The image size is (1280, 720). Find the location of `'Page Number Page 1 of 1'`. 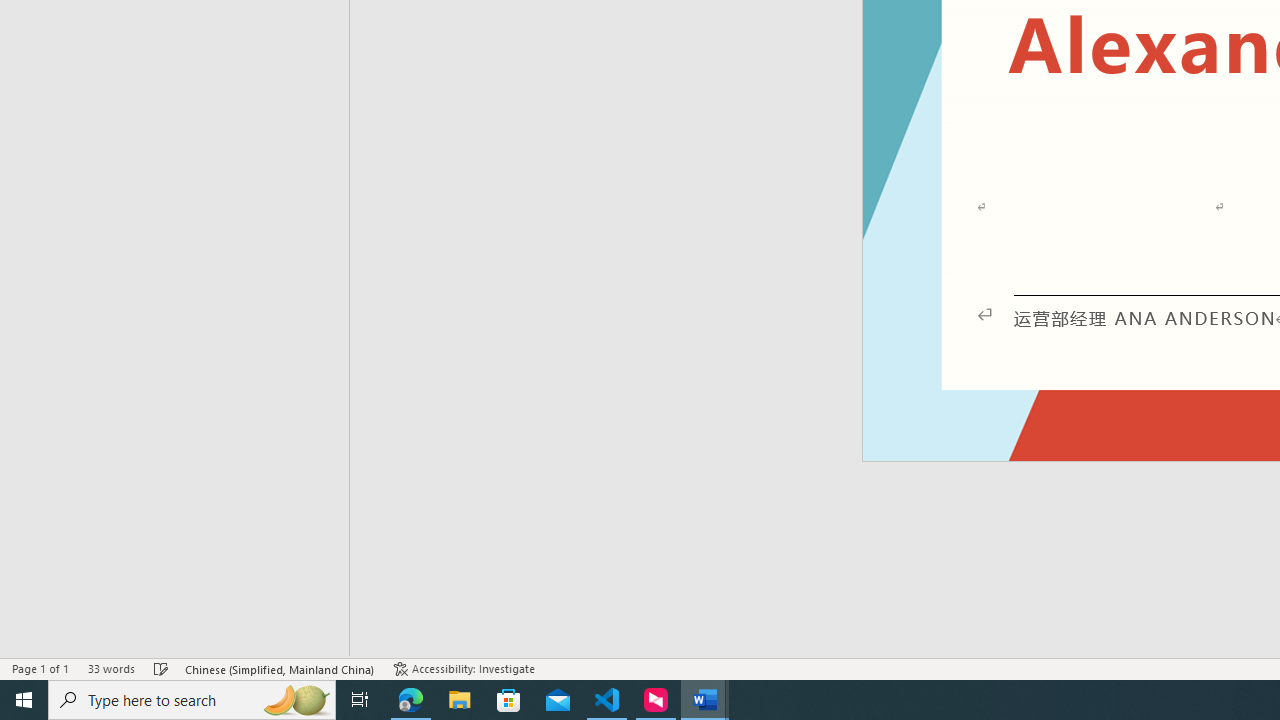

'Page Number Page 1 of 1' is located at coordinates (40, 669).